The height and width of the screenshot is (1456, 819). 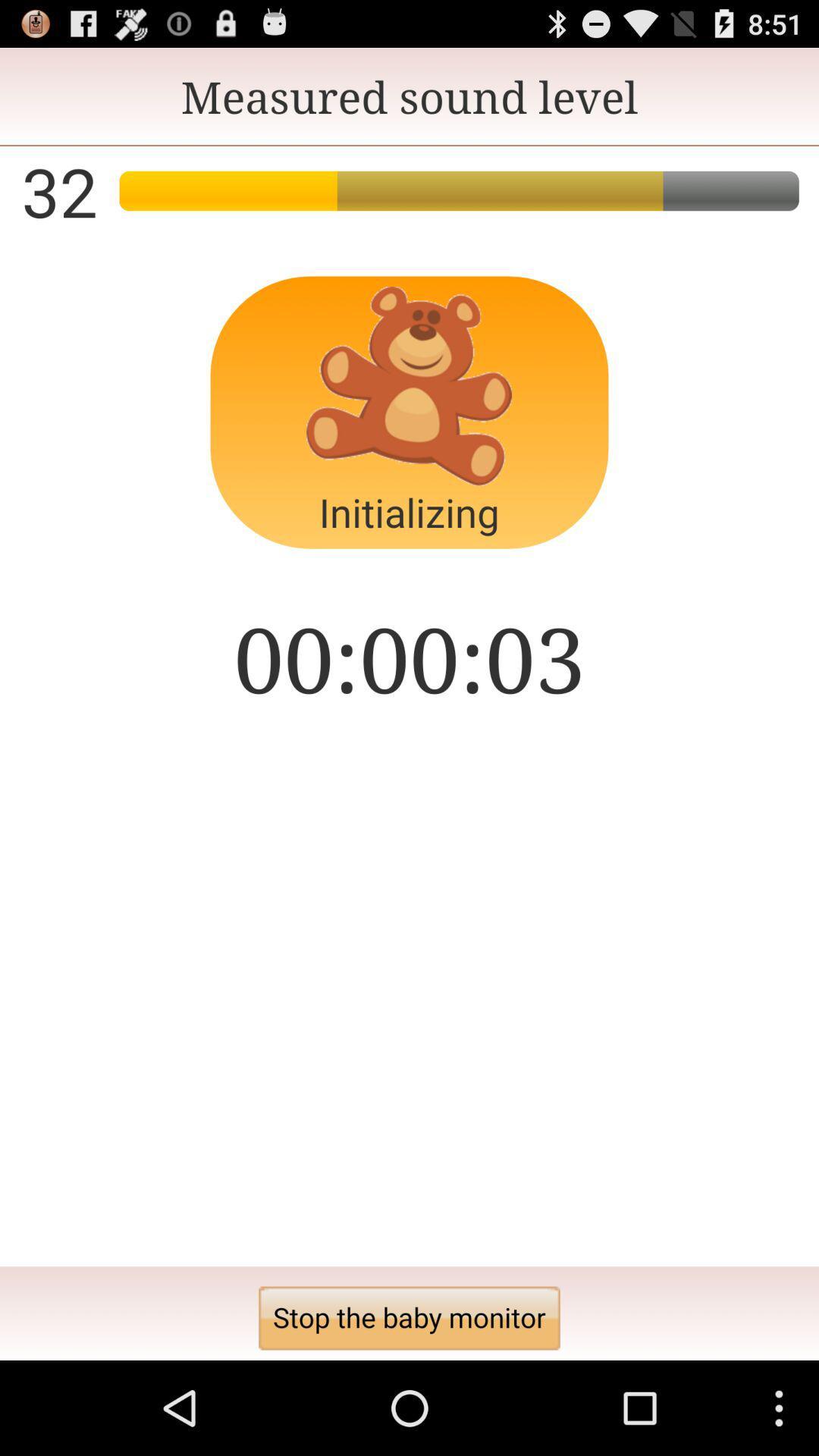 I want to click on the stop the baby button, so click(x=409, y=1317).